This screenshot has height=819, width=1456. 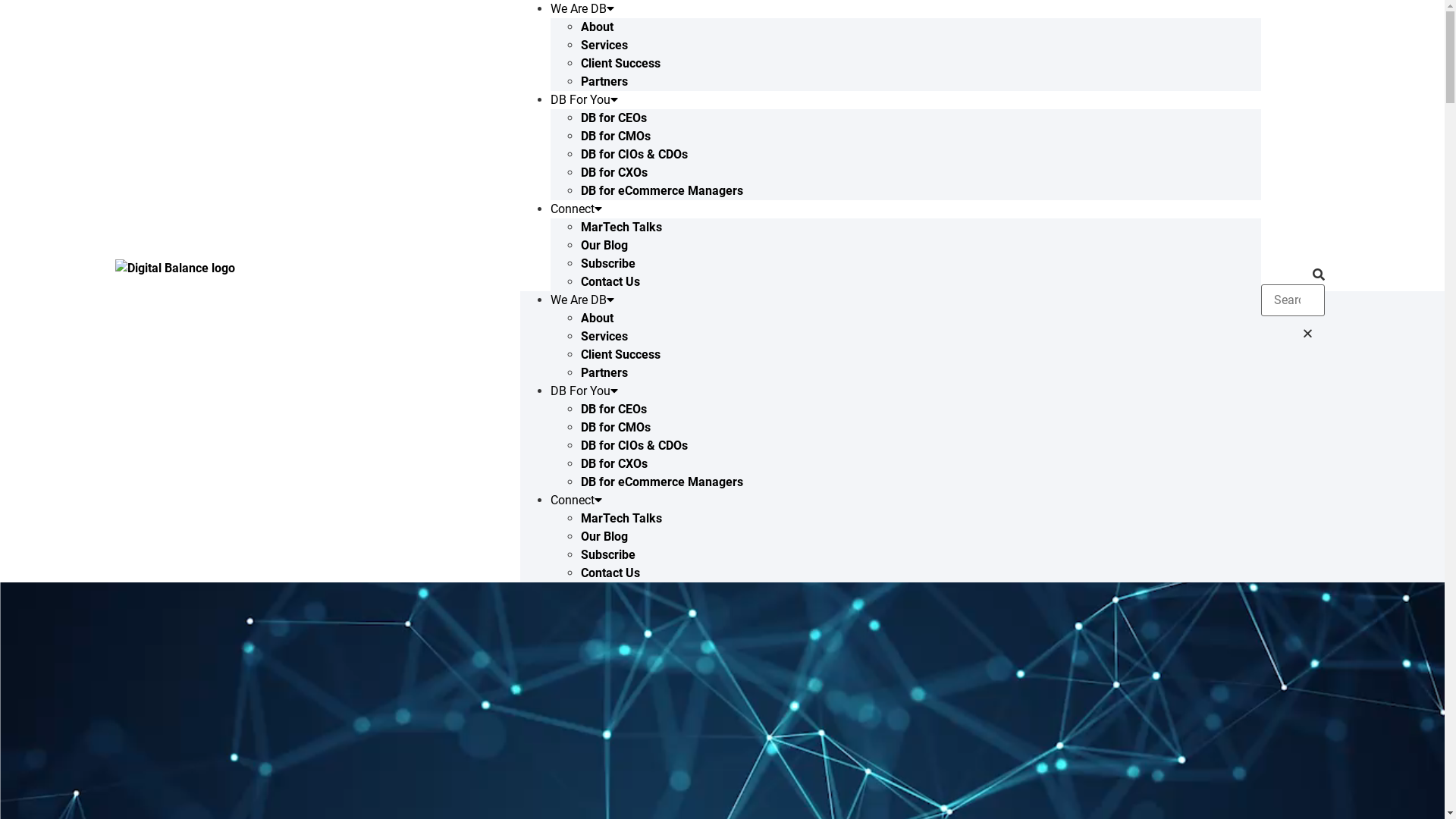 I want to click on 'DB for CIOs & CDOs', so click(x=634, y=154).